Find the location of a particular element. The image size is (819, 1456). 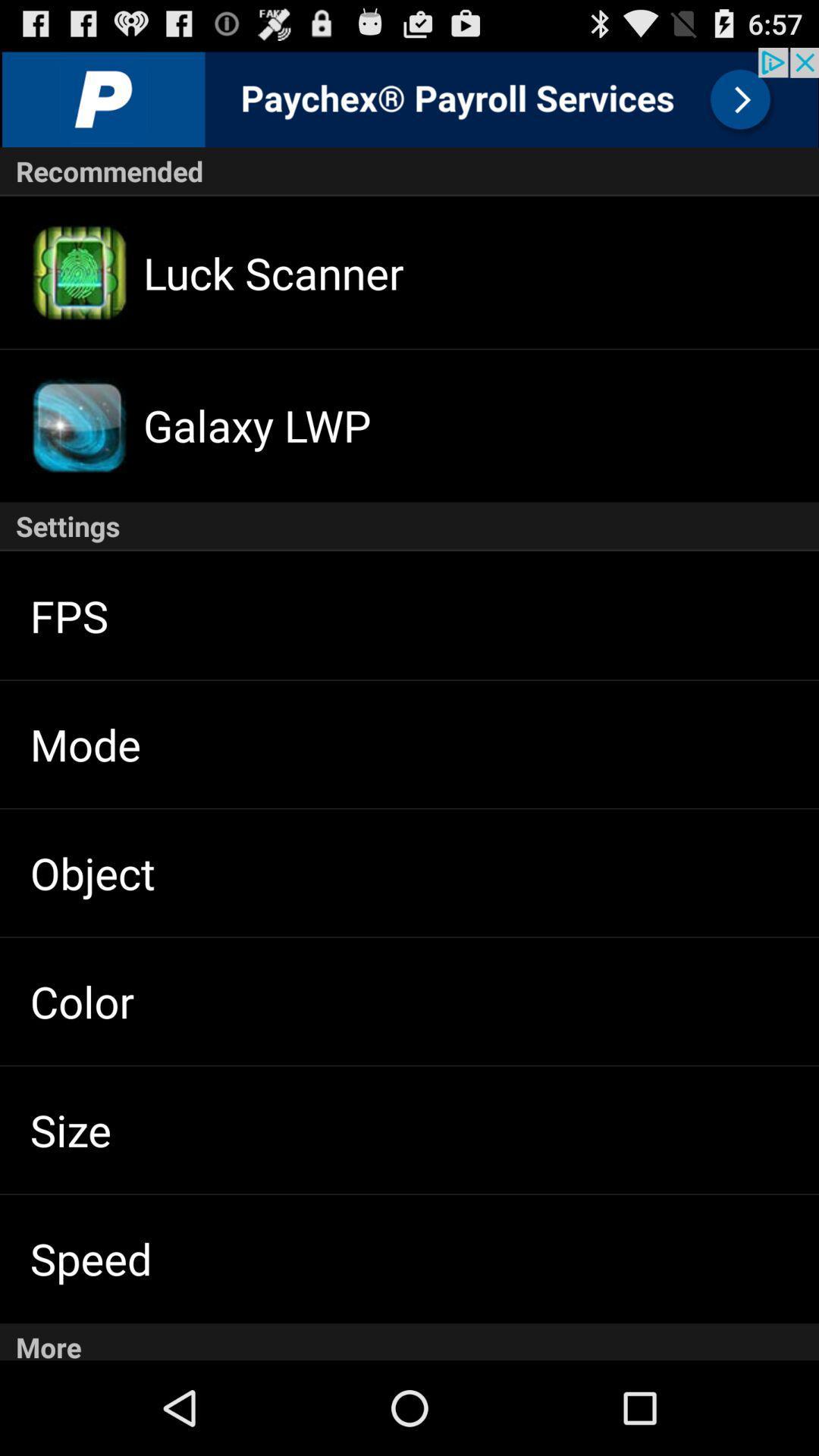

advertisement button is located at coordinates (409, 96).